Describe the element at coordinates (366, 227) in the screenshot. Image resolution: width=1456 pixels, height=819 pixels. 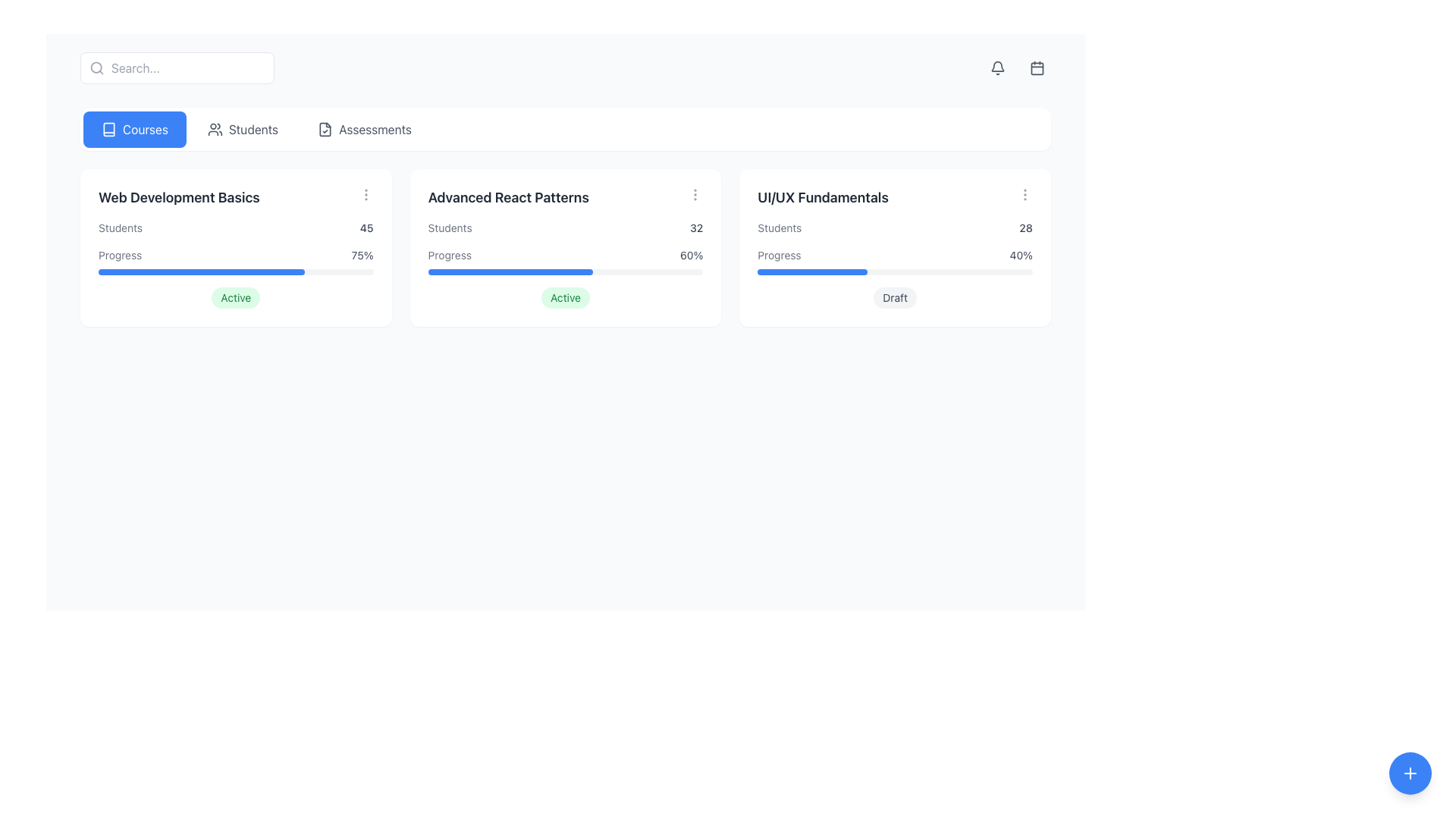
I see `the Text label displaying '45', which is located in the top-right corner of the 'Web Development Basics' card and is styled with a medium-weight font in dark gray color` at that location.